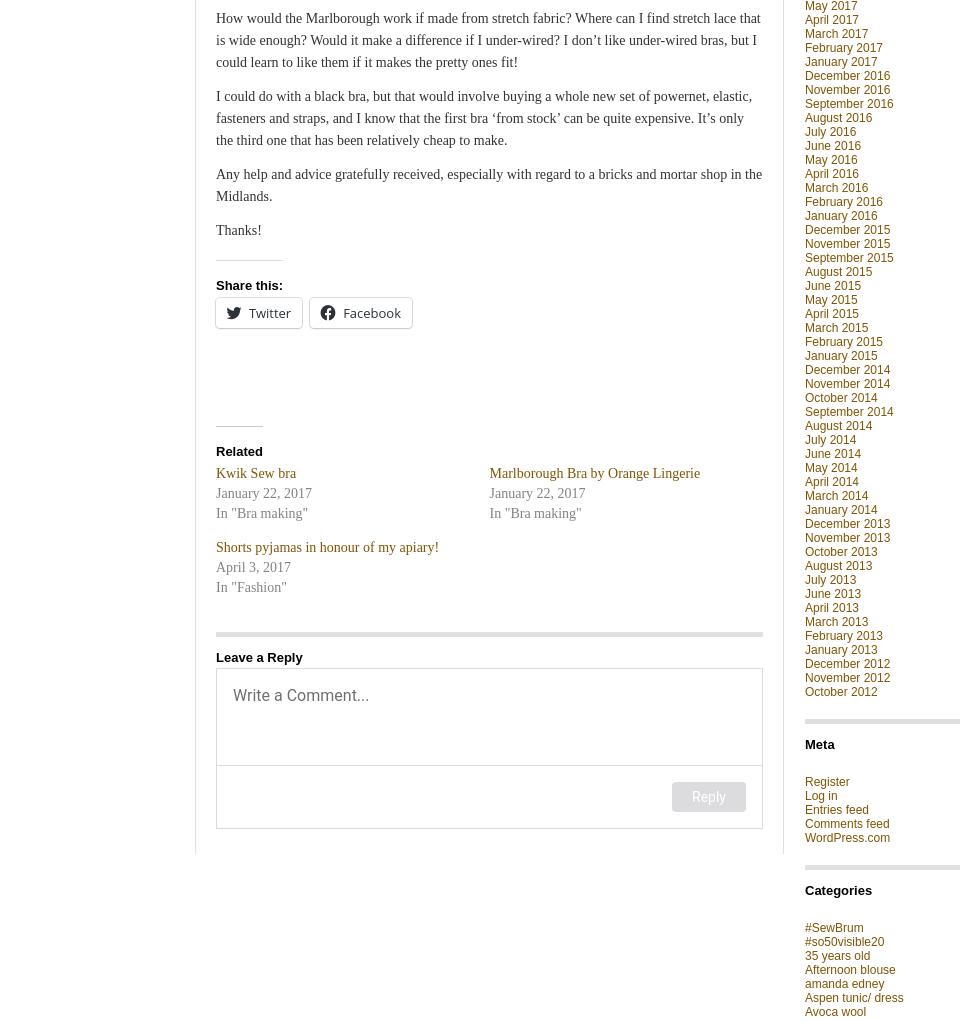  I want to click on 'February 2013', so click(843, 633).